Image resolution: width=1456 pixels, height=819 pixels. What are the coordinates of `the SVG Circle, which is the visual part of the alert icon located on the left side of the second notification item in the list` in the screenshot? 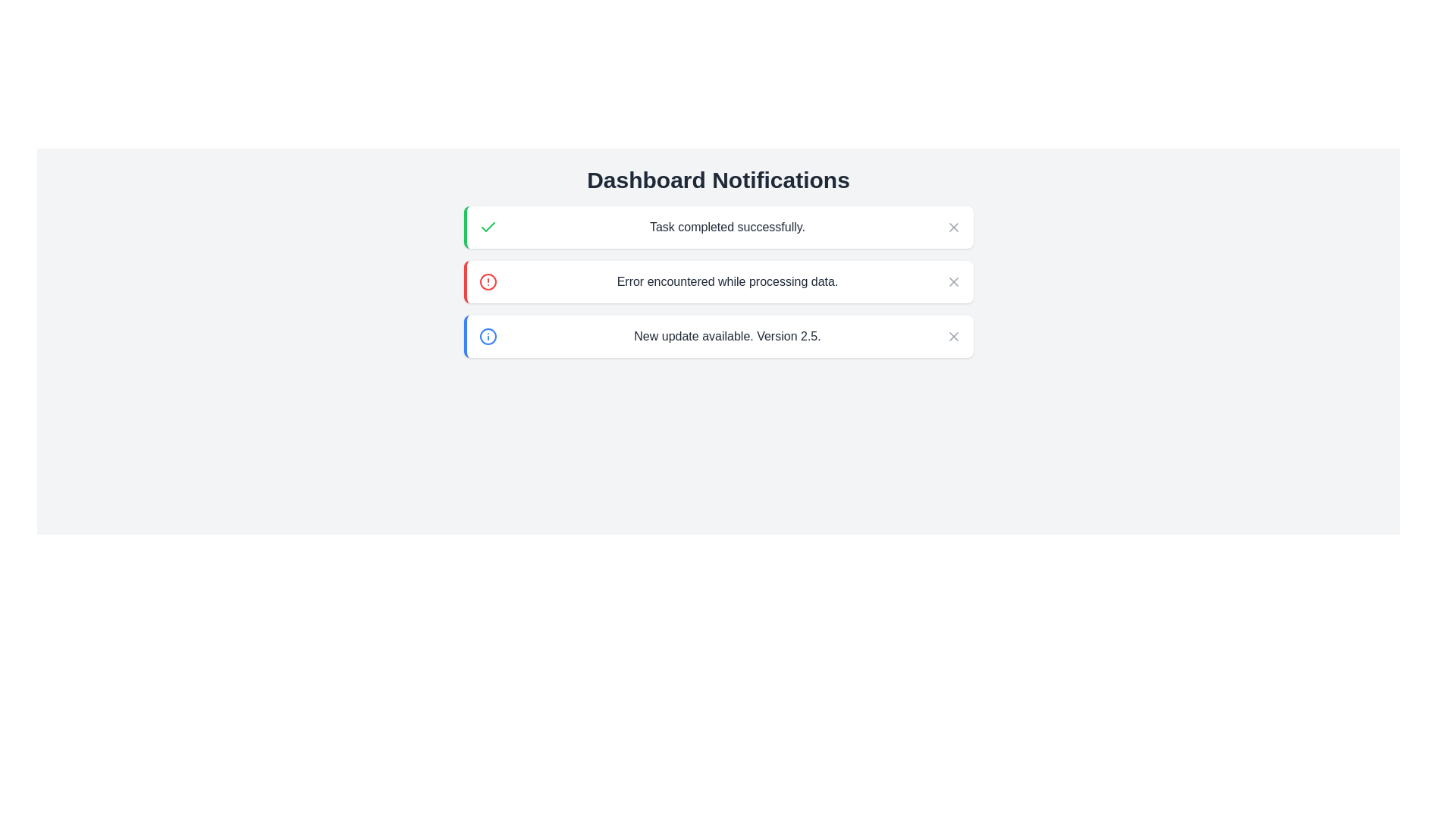 It's located at (488, 281).